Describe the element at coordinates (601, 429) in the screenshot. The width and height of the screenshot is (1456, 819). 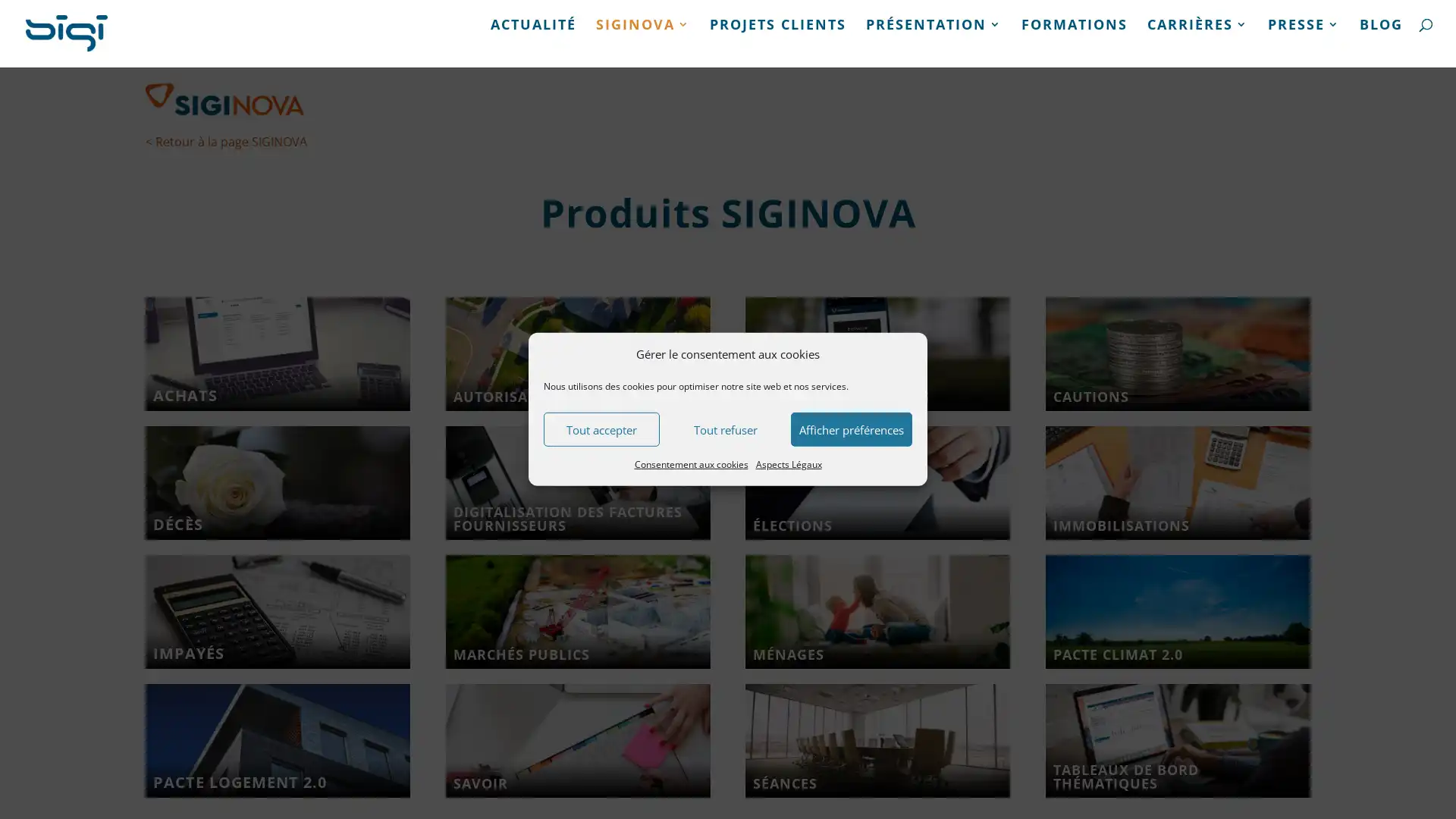
I see `Tout accepter` at that location.